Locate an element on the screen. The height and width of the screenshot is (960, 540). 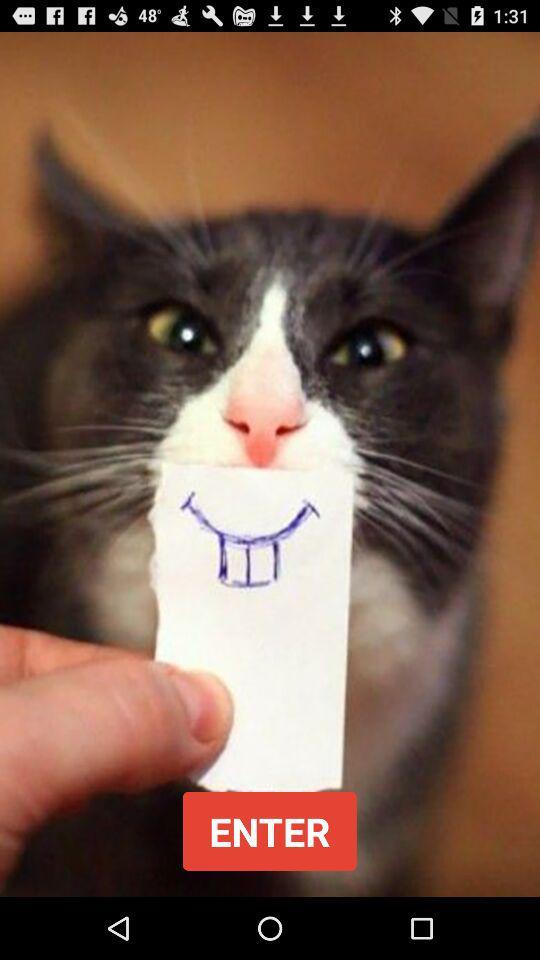
button at the bottom is located at coordinates (269, 831).